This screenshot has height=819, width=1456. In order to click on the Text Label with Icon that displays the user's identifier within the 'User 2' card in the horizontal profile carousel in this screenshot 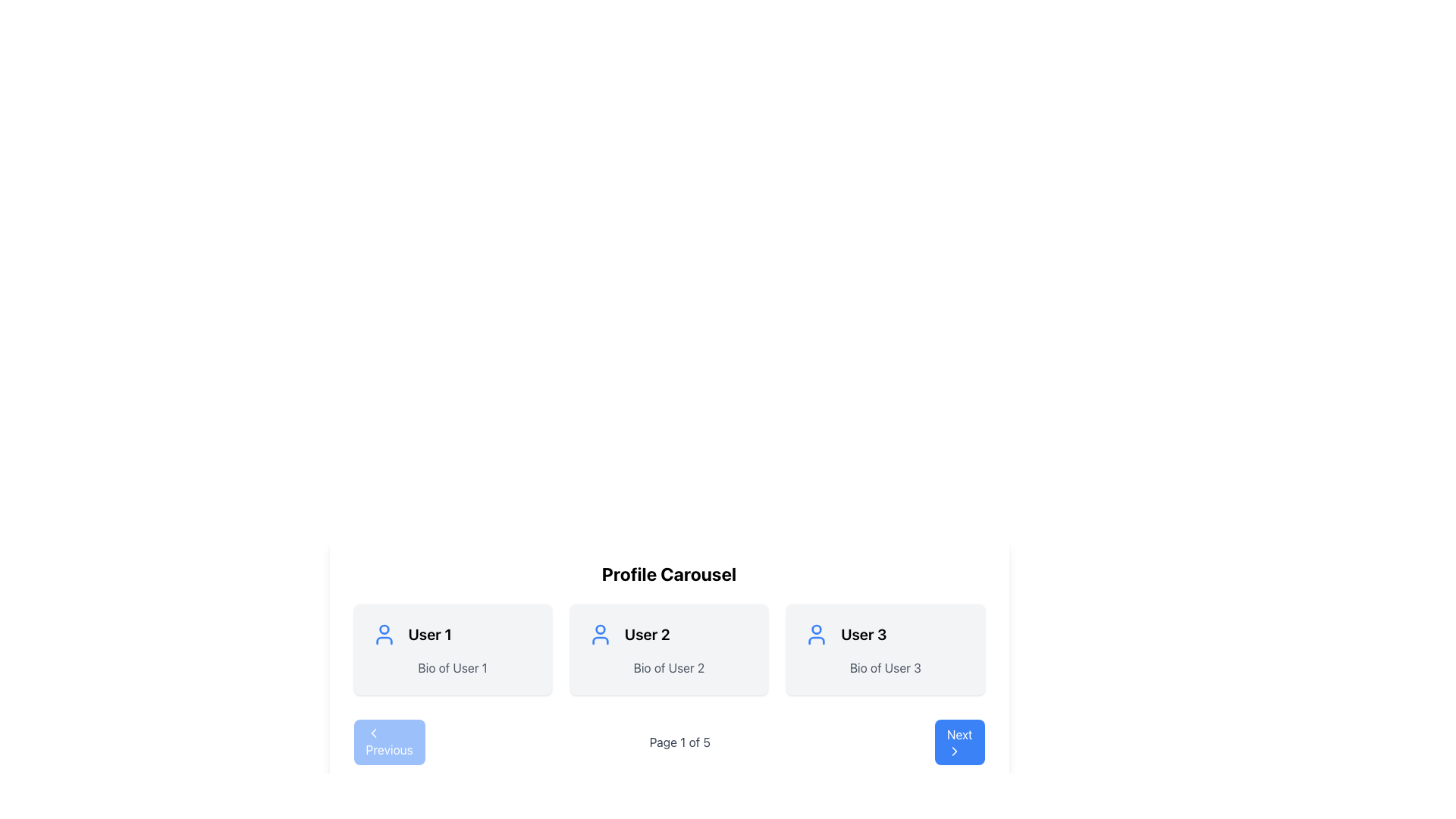, I will do `click(668, 635)`.